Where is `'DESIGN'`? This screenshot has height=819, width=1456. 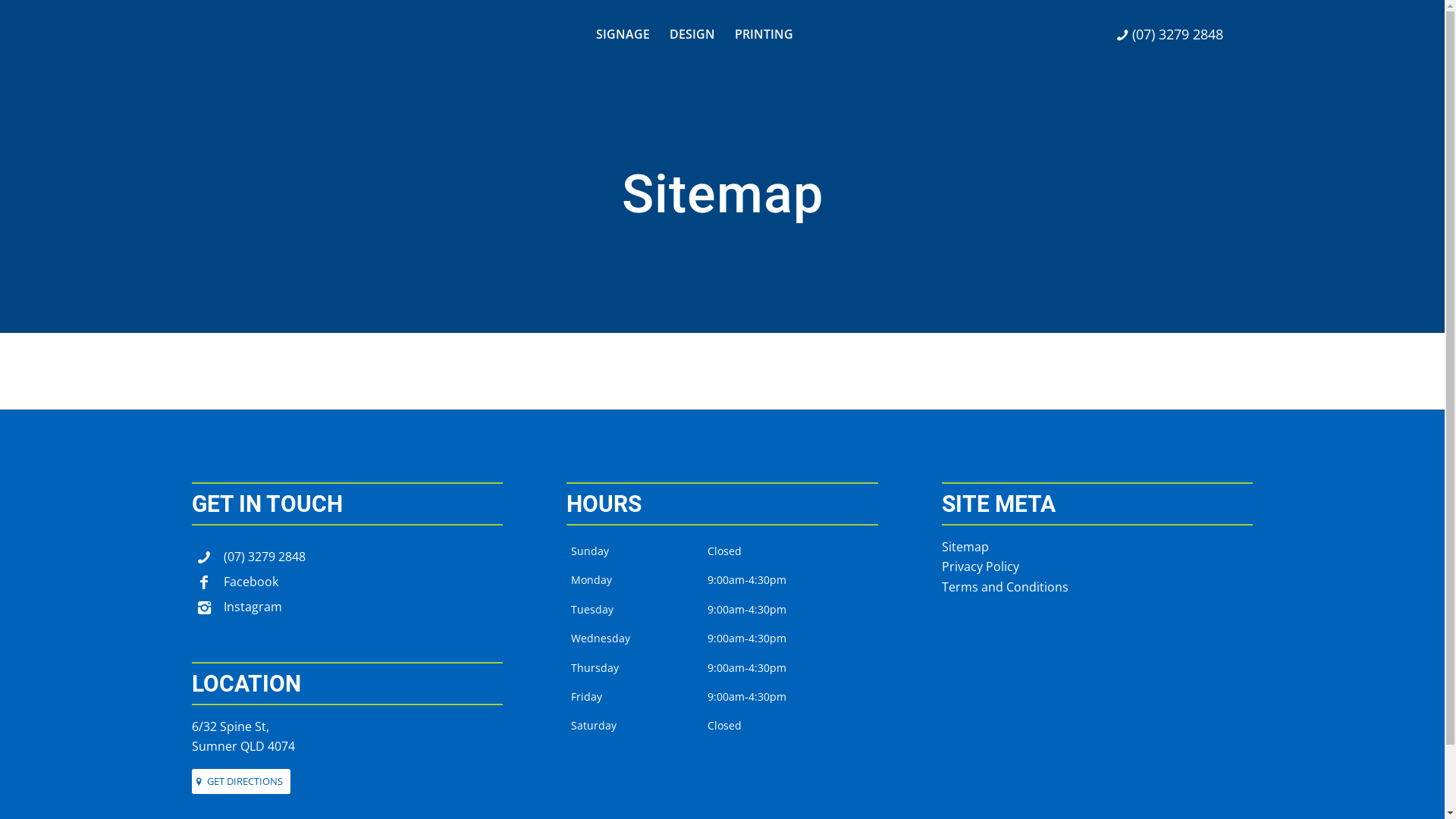 'DESIGN' is located at coordinates (659, 34).